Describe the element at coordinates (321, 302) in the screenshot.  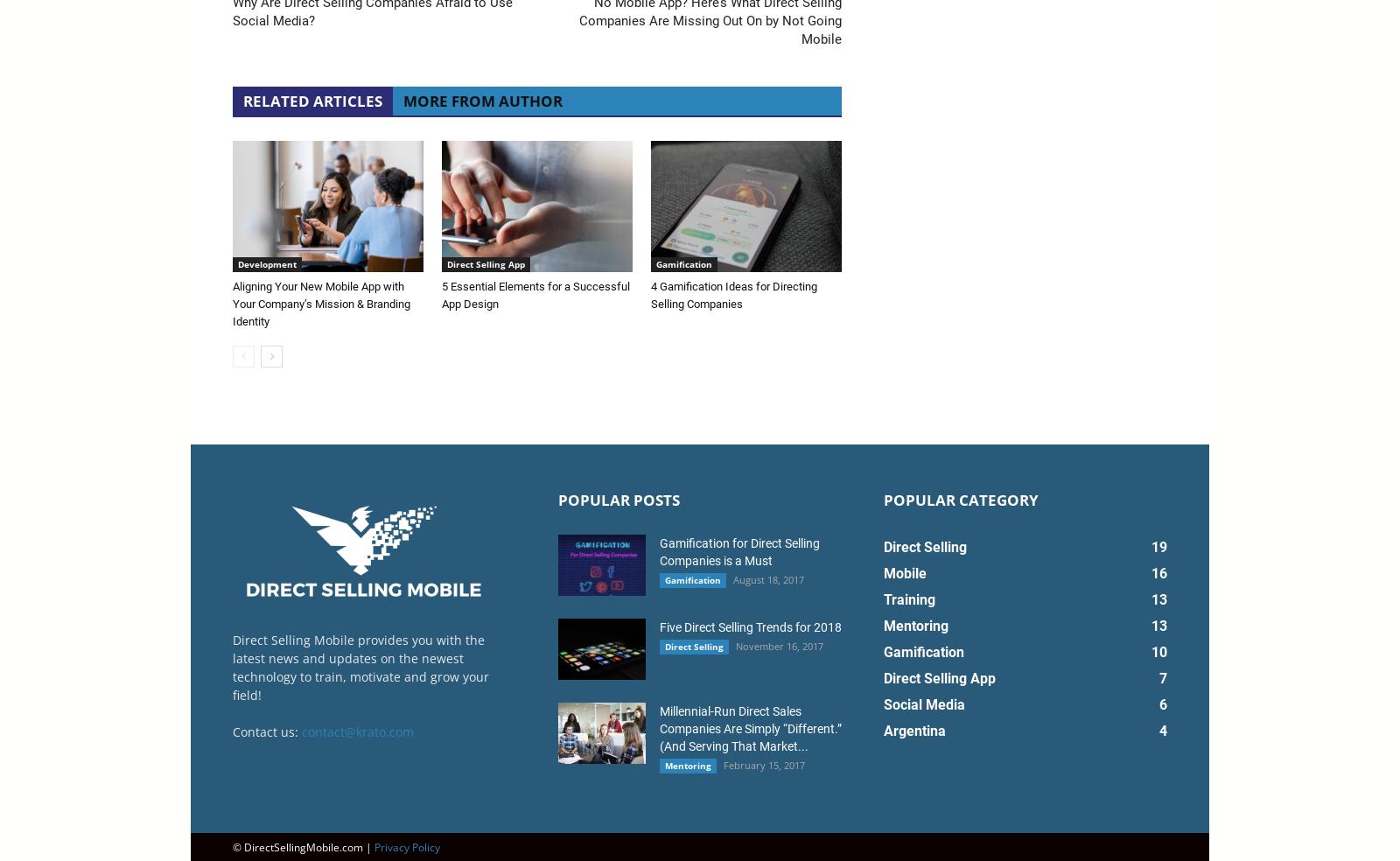
I see `'Aligning Your New Mobile App with Your Company’s Mission & Branding Identity'` at that location.